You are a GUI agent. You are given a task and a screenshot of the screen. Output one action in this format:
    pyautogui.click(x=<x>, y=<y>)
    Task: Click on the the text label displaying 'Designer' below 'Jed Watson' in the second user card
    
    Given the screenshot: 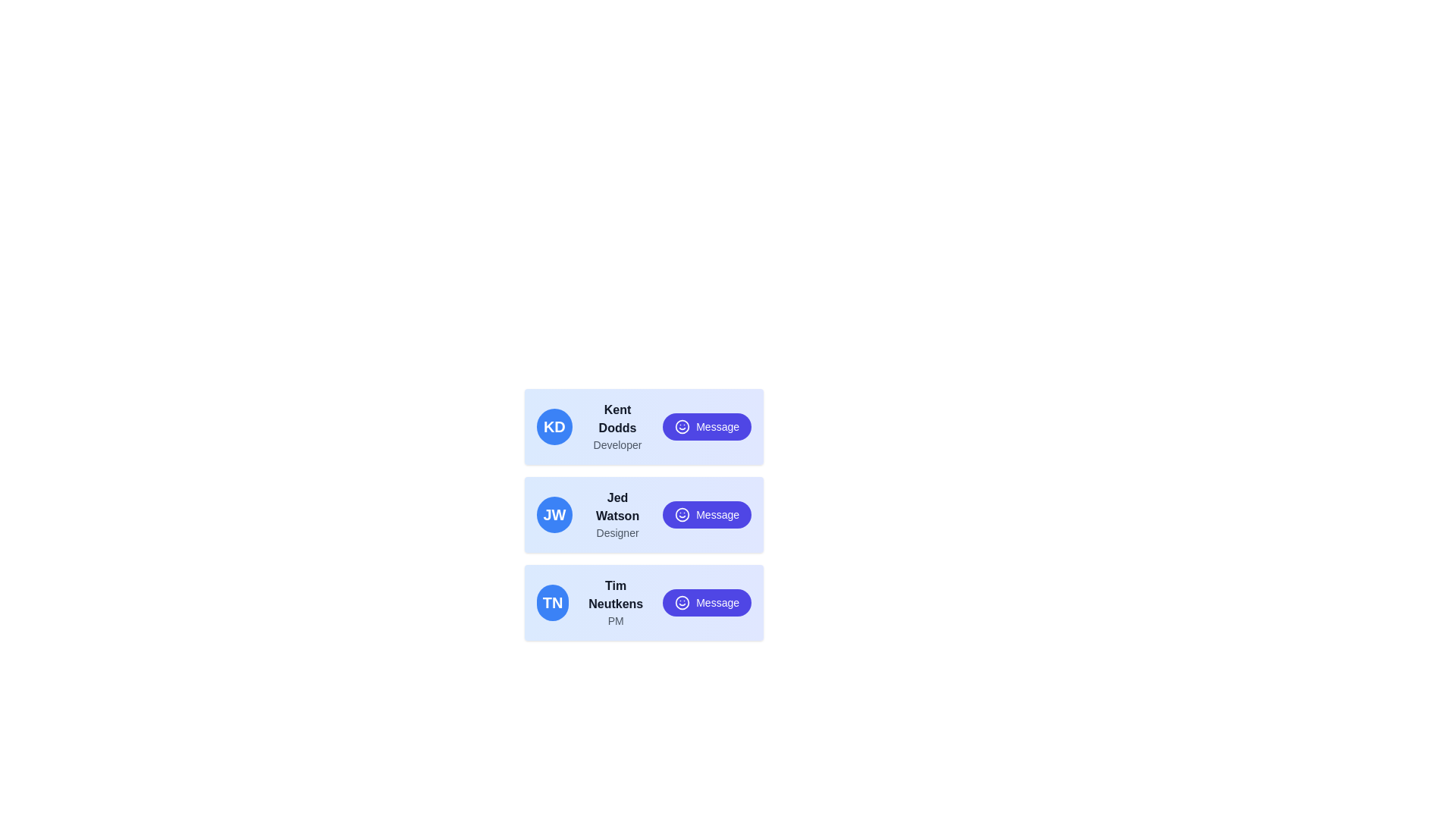 What is the action you would take?
    pyautogui.click(x=617, y=532)
    